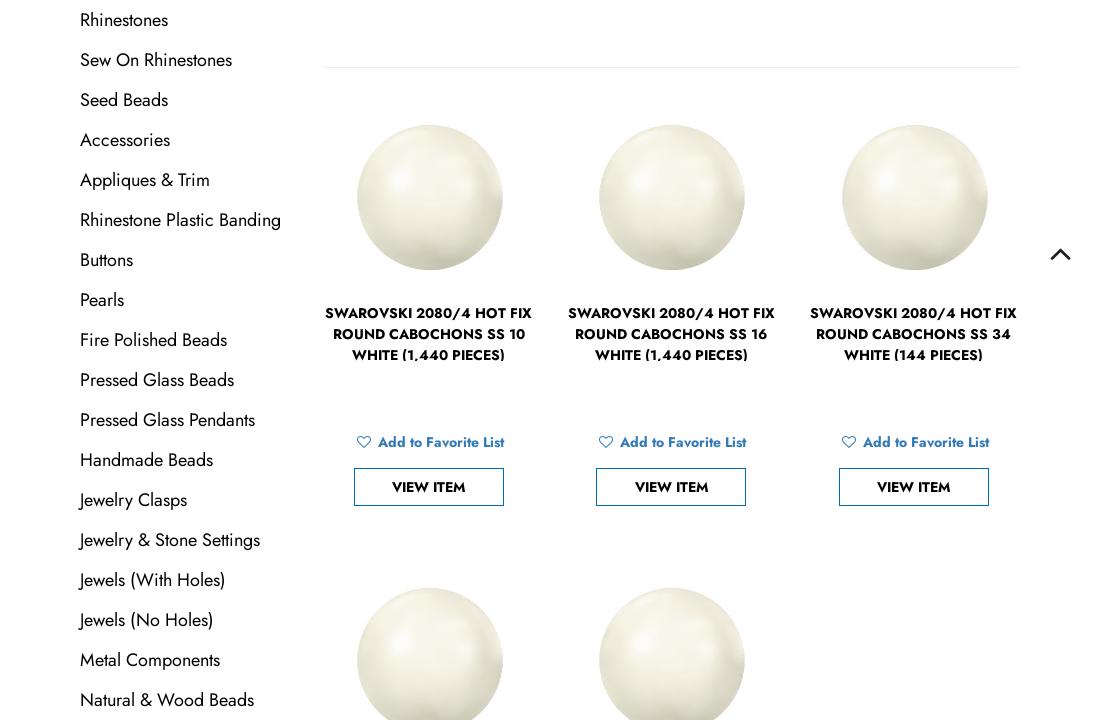 The height and width of the screenshot is (720, 1100). What do you see at coordinates (106, 258) in the screenshot?
I see `'Buttons'` at bounding box center [106, 258].